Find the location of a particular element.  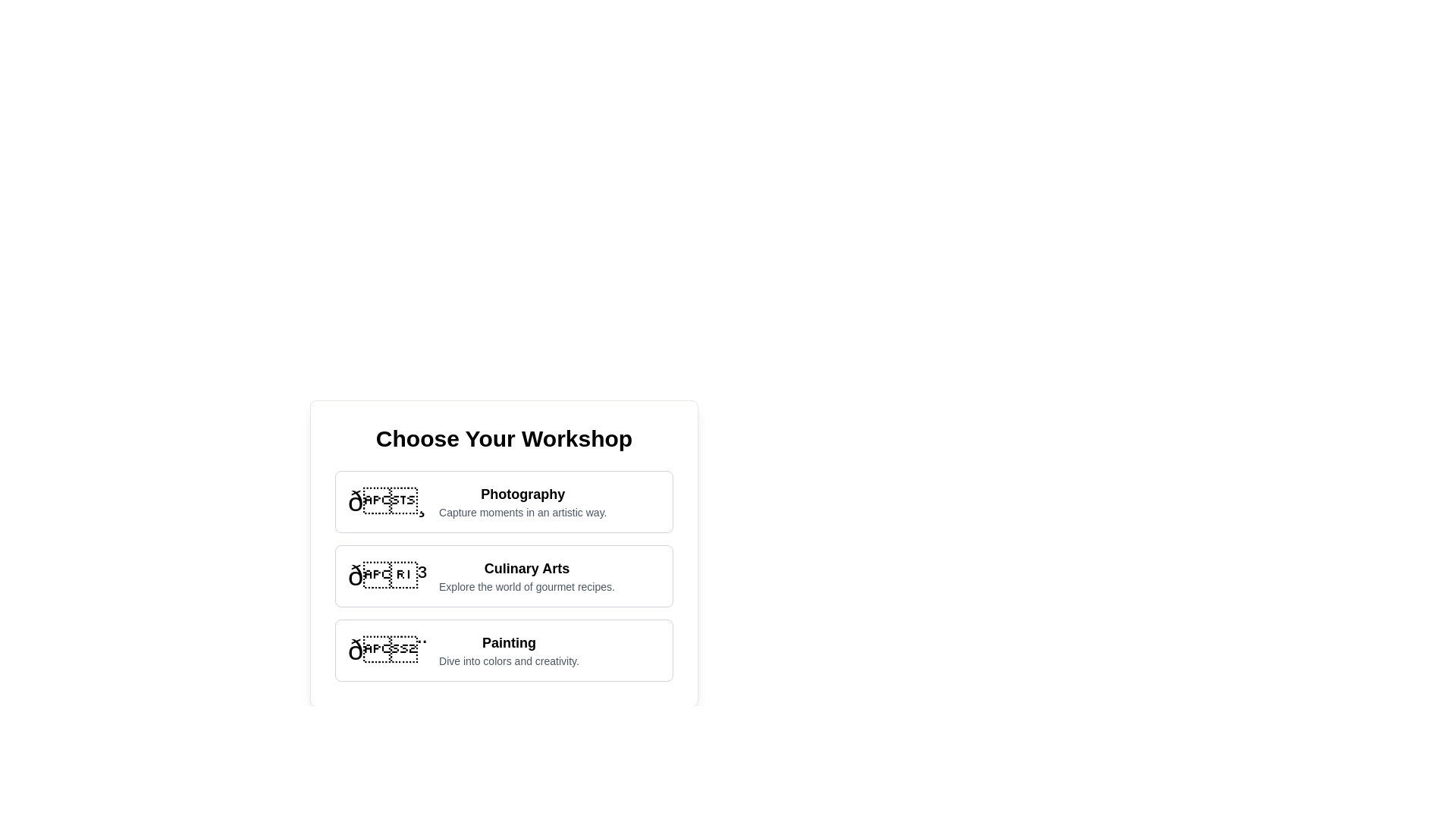

the first Selection Card in the vertical list, which features a photography emoji and the title 'Photography' is located at coordinates (504, 502).